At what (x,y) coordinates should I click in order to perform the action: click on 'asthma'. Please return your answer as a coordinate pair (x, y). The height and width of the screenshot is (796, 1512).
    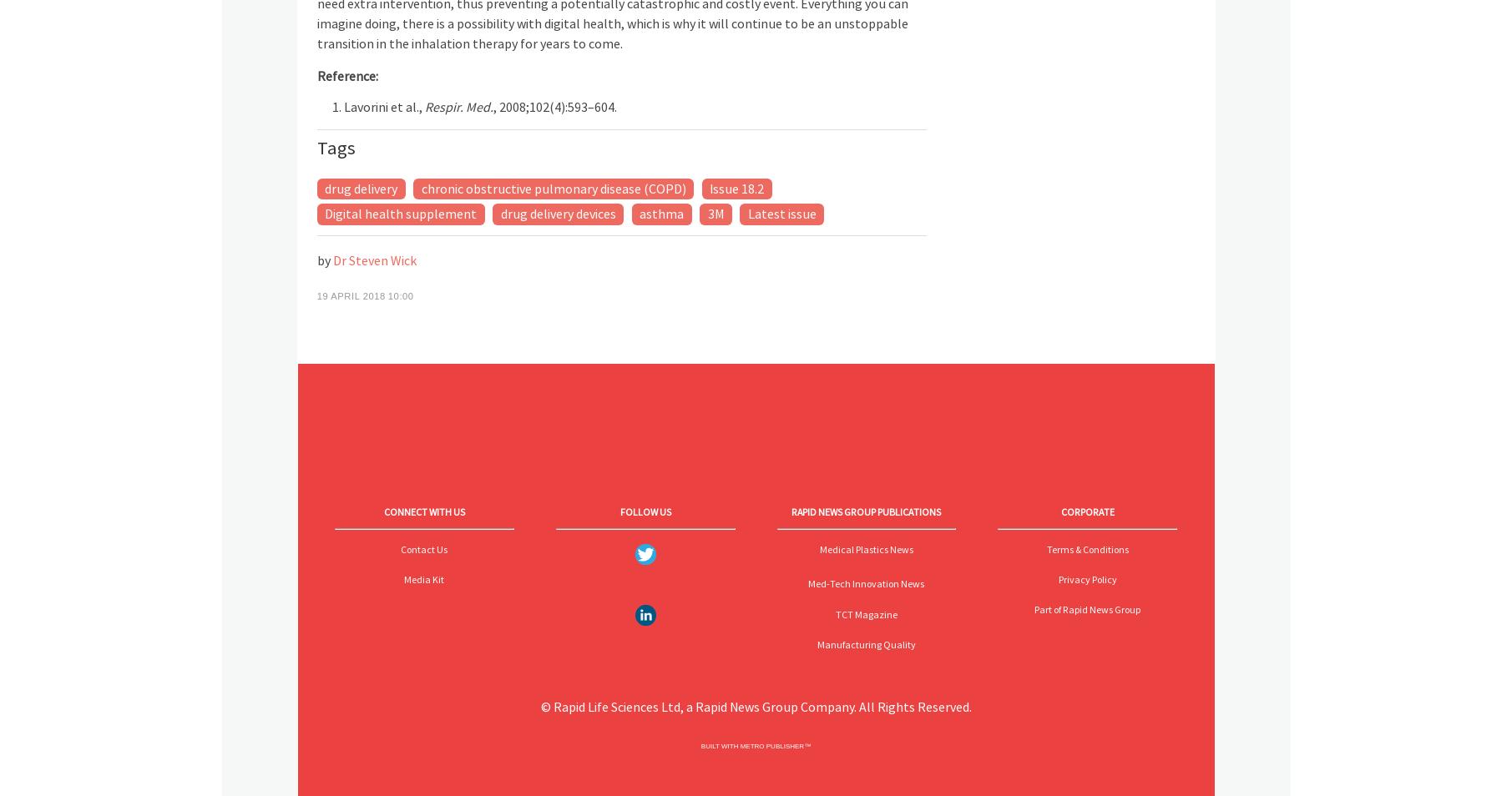
    Looking at the image, I should click on (639, 213).